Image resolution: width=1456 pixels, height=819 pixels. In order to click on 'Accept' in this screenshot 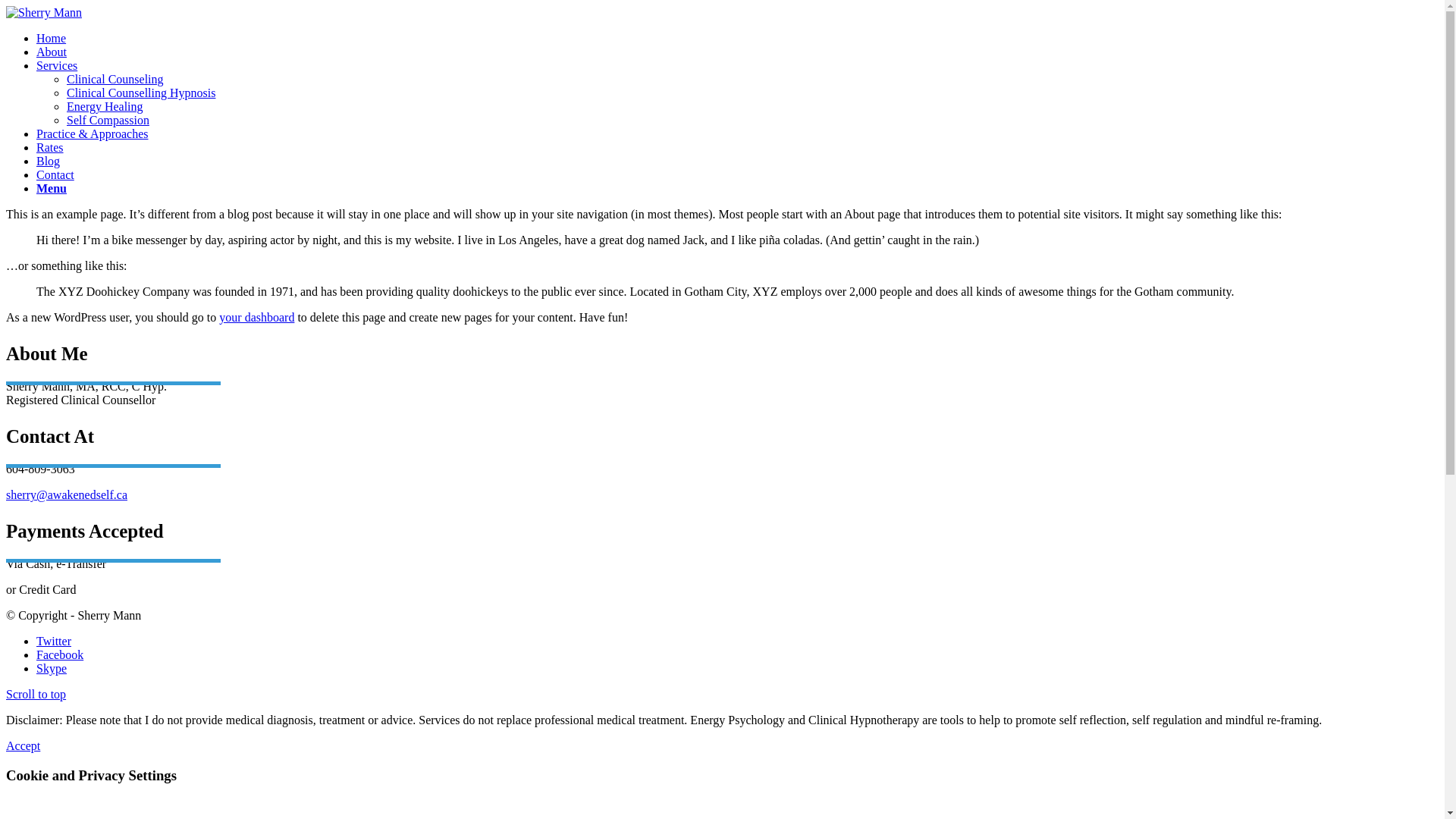, I will do `click(23, 745)`.